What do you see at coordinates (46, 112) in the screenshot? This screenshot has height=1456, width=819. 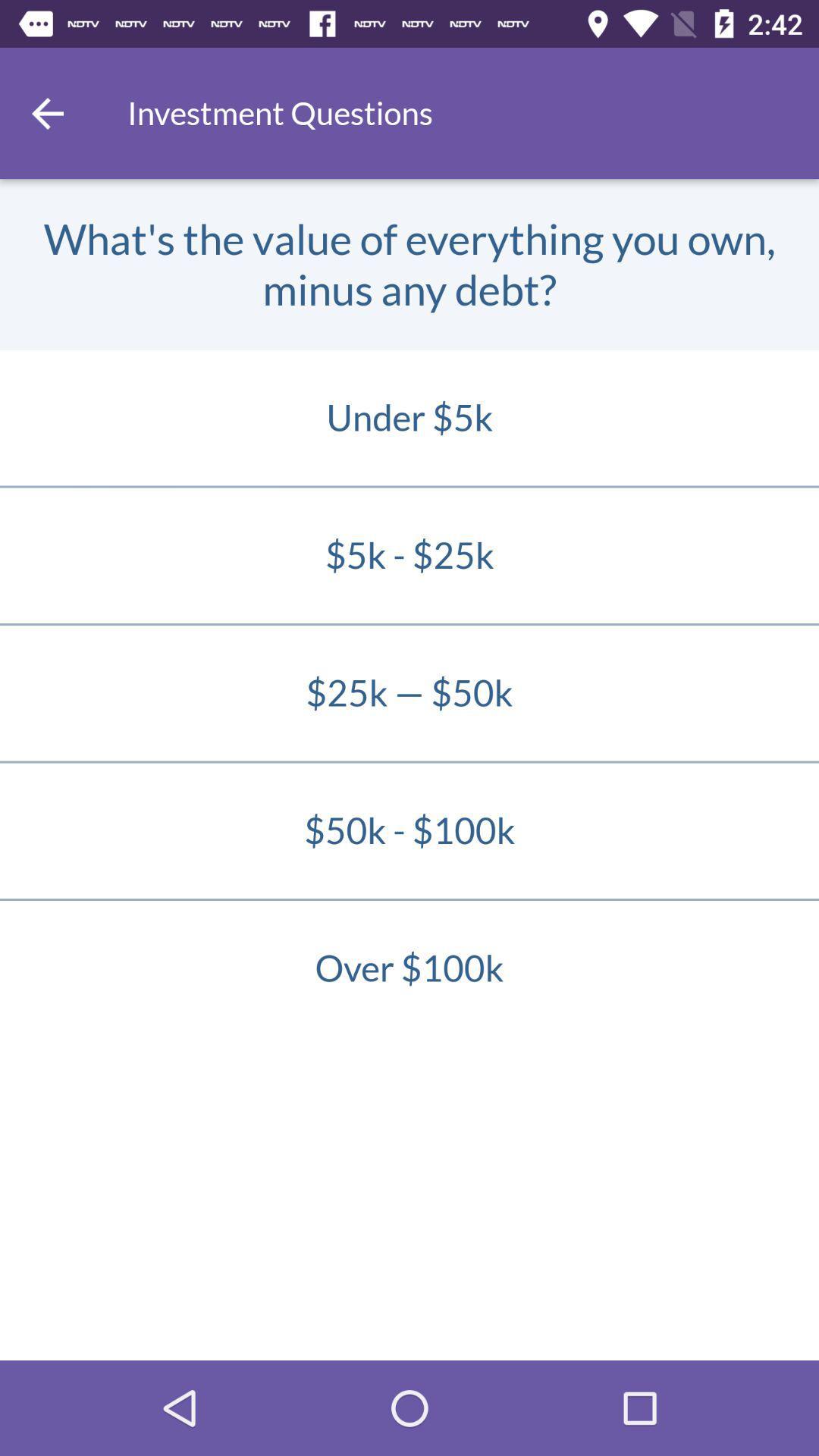 I see `the icon above the what s the icon` at bounding box center [46, 112].